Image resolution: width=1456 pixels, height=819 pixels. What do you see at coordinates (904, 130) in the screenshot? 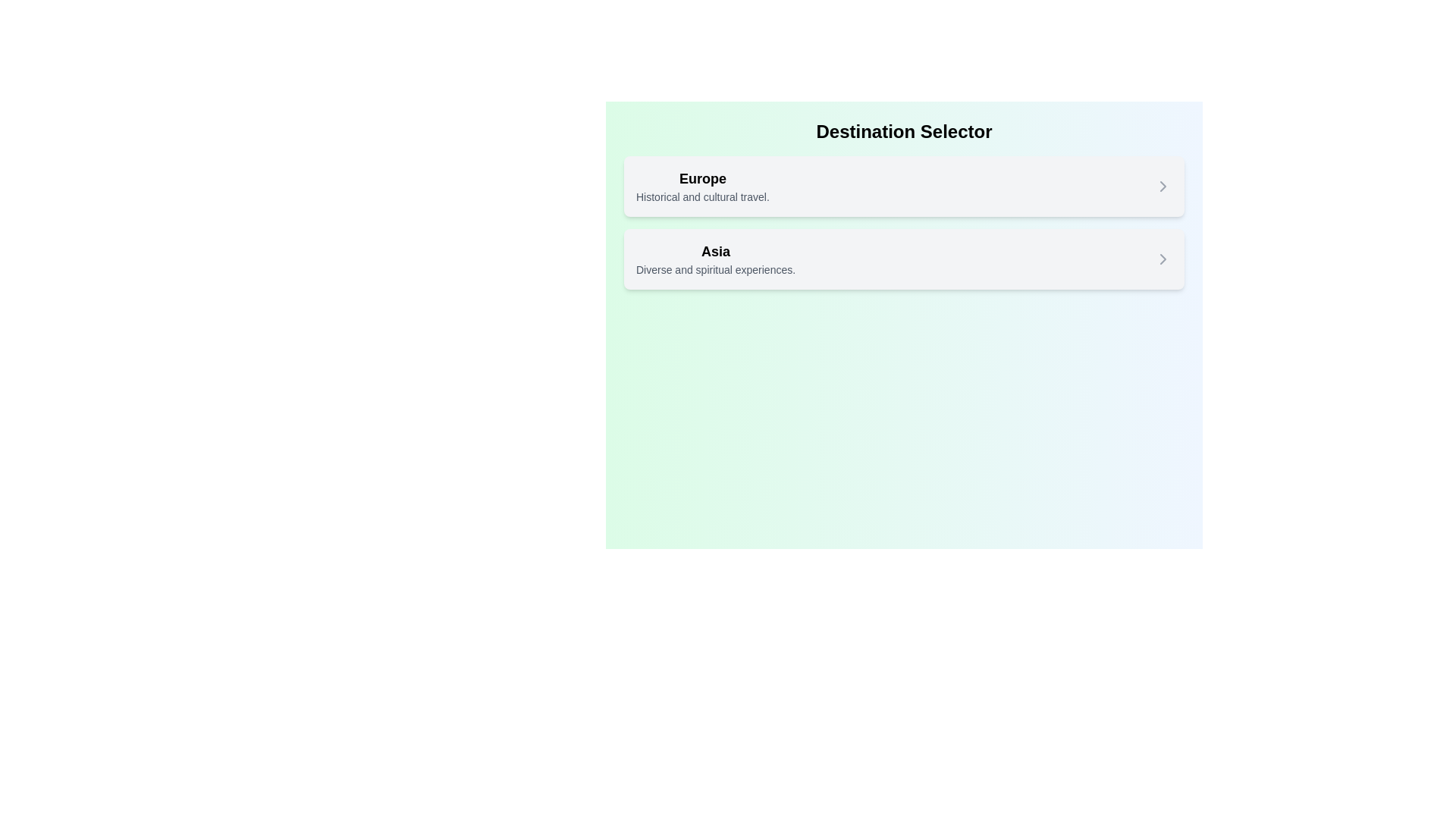
I see `the header text located at the top center of the layout, which introduces the functionality of the interface` at bounding box center [904, 130].